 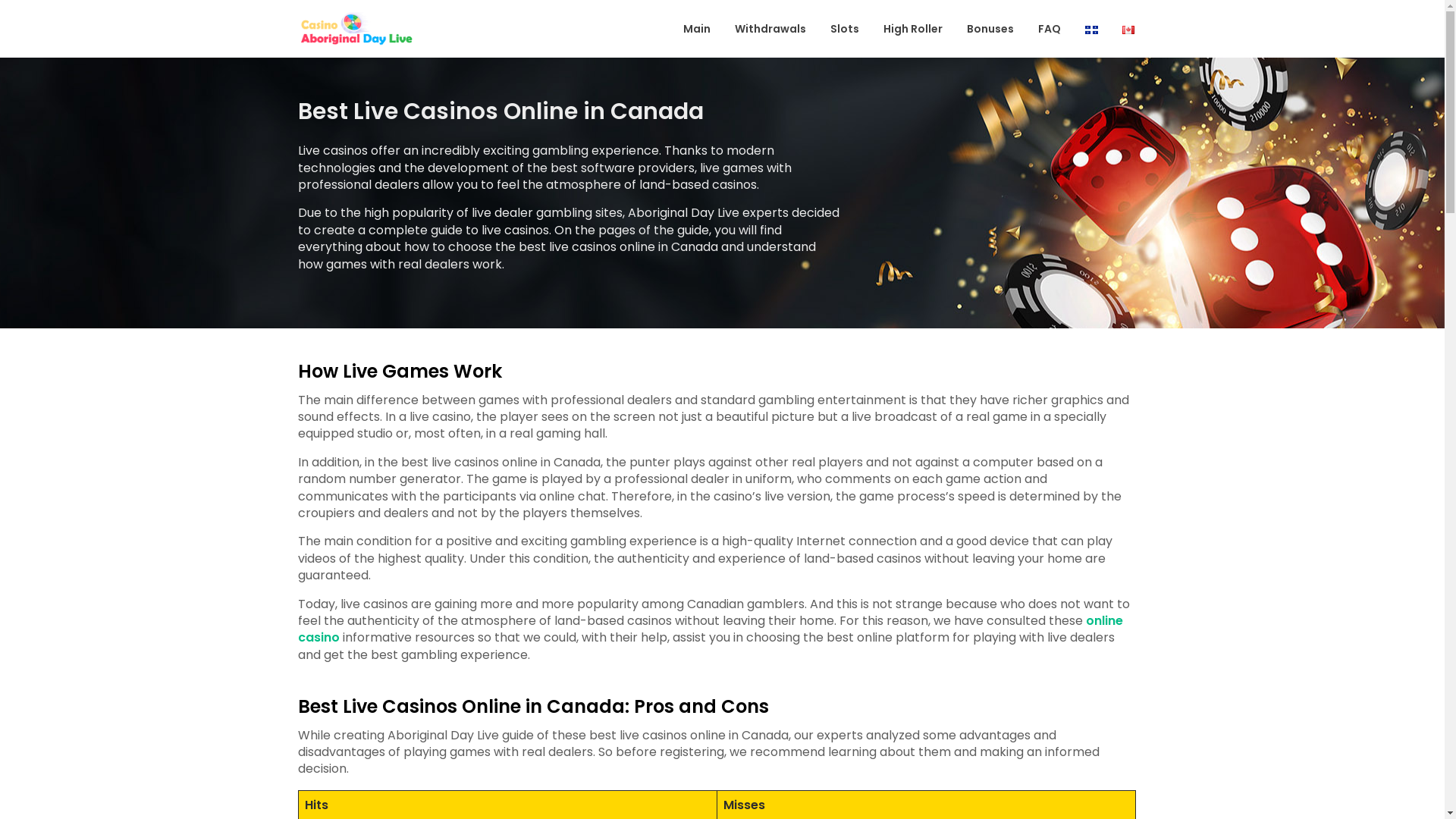 I want to click on 'FAQ', so click(x=1026, y=29).